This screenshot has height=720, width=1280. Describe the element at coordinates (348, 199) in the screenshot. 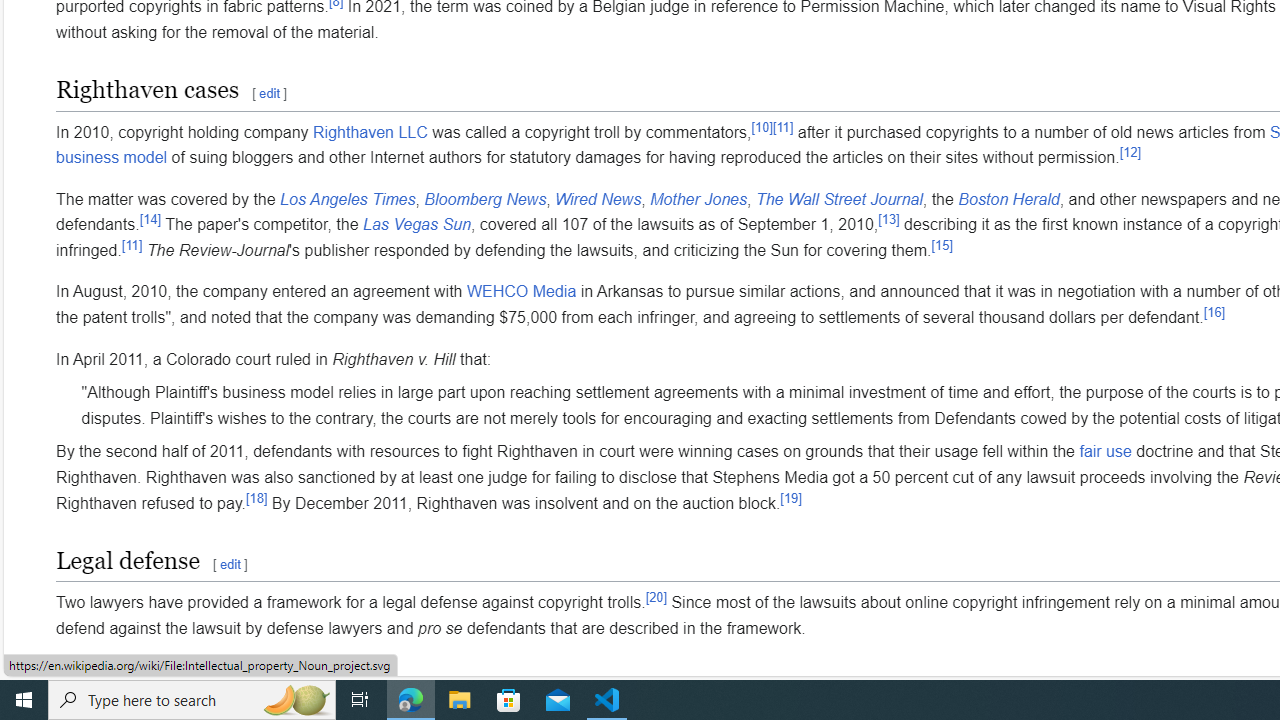

I see `'Los Angeles Times'` at that location.